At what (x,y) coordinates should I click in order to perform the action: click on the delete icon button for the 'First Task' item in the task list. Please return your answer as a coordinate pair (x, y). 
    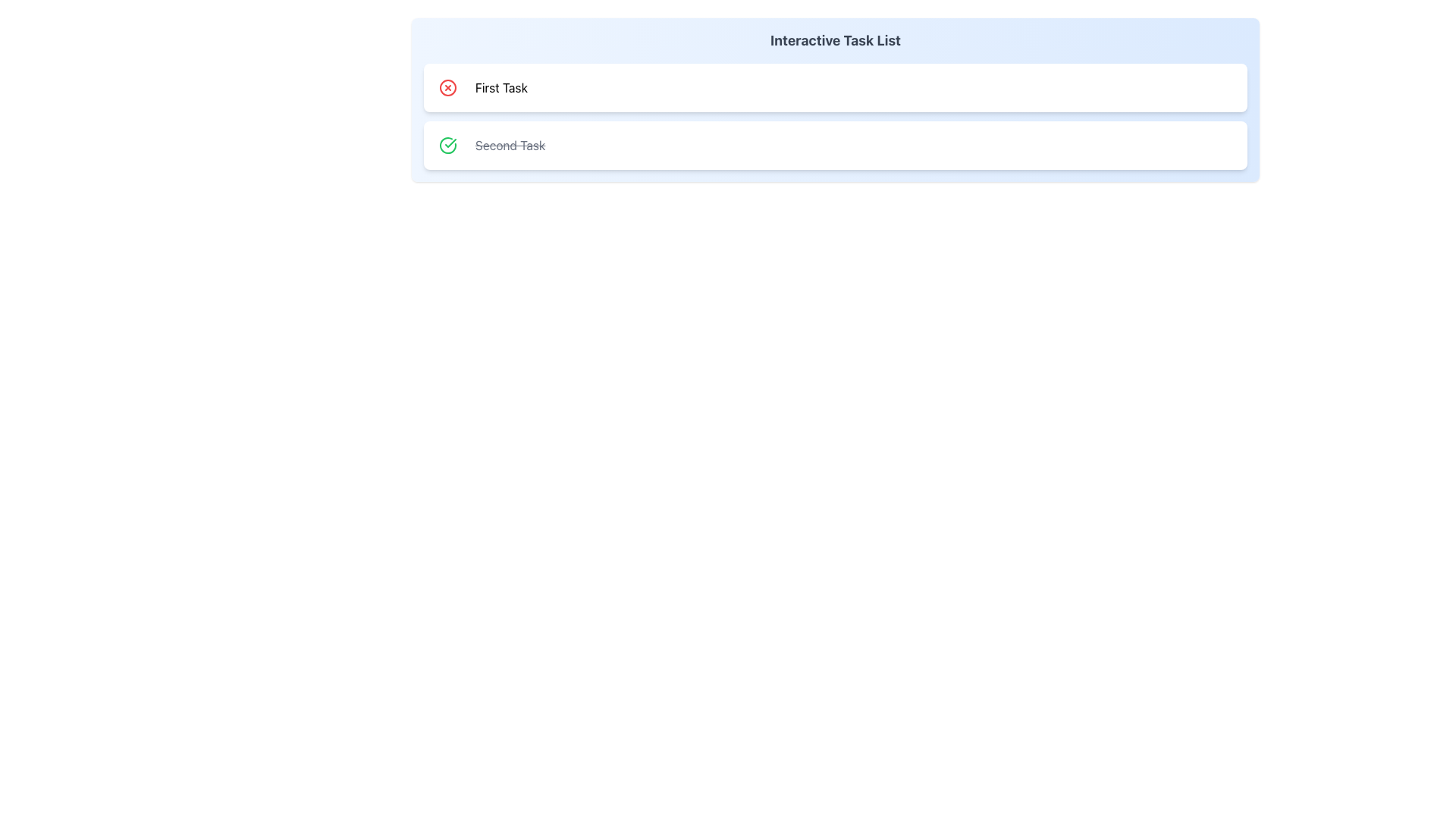
    Looking at the image, I should click on (447, 87).